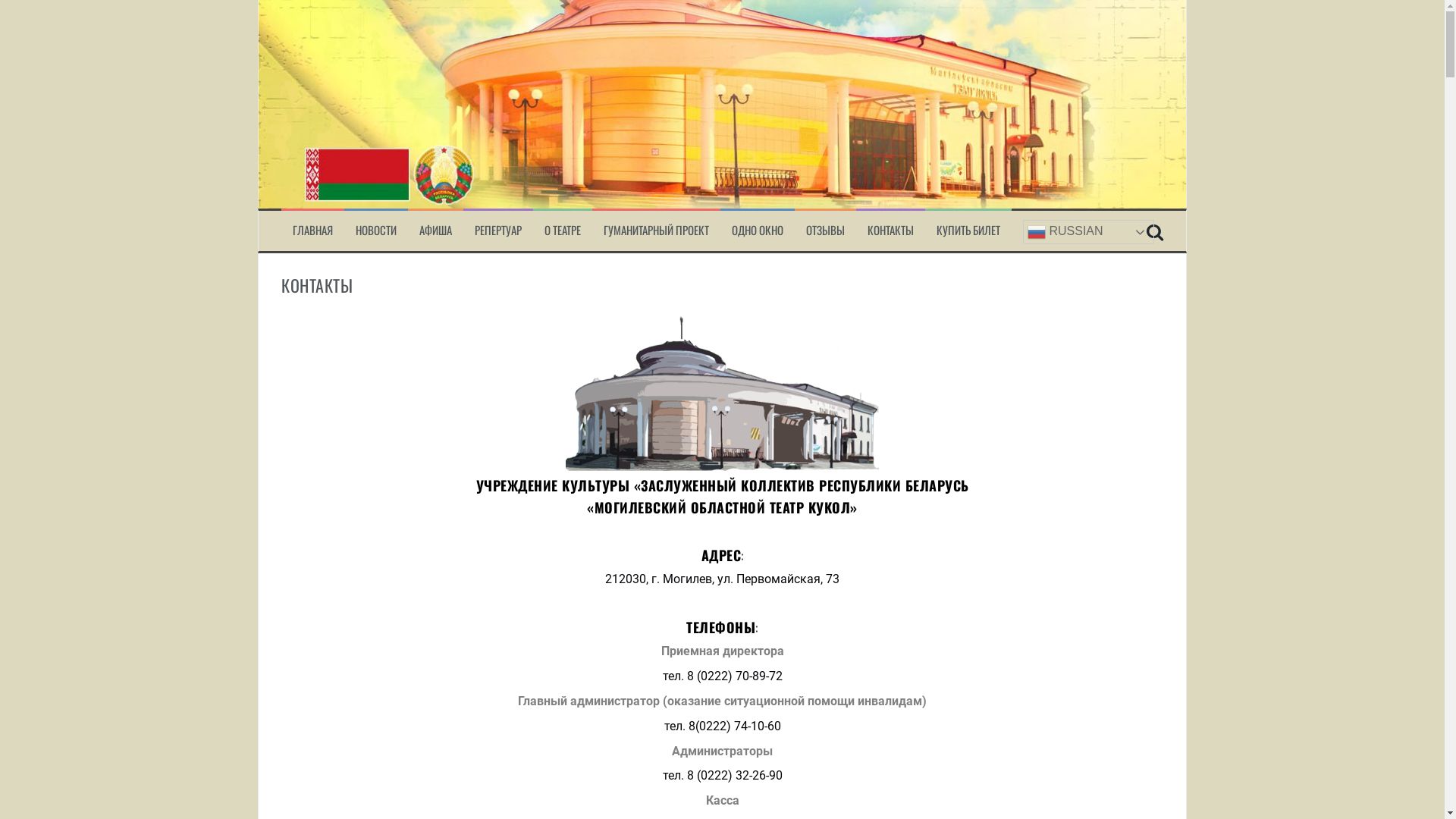 Image resolution: width=1456 pixels, height=819 pixels. I want to click on 'RUSSIAN', so click(1022, 231).